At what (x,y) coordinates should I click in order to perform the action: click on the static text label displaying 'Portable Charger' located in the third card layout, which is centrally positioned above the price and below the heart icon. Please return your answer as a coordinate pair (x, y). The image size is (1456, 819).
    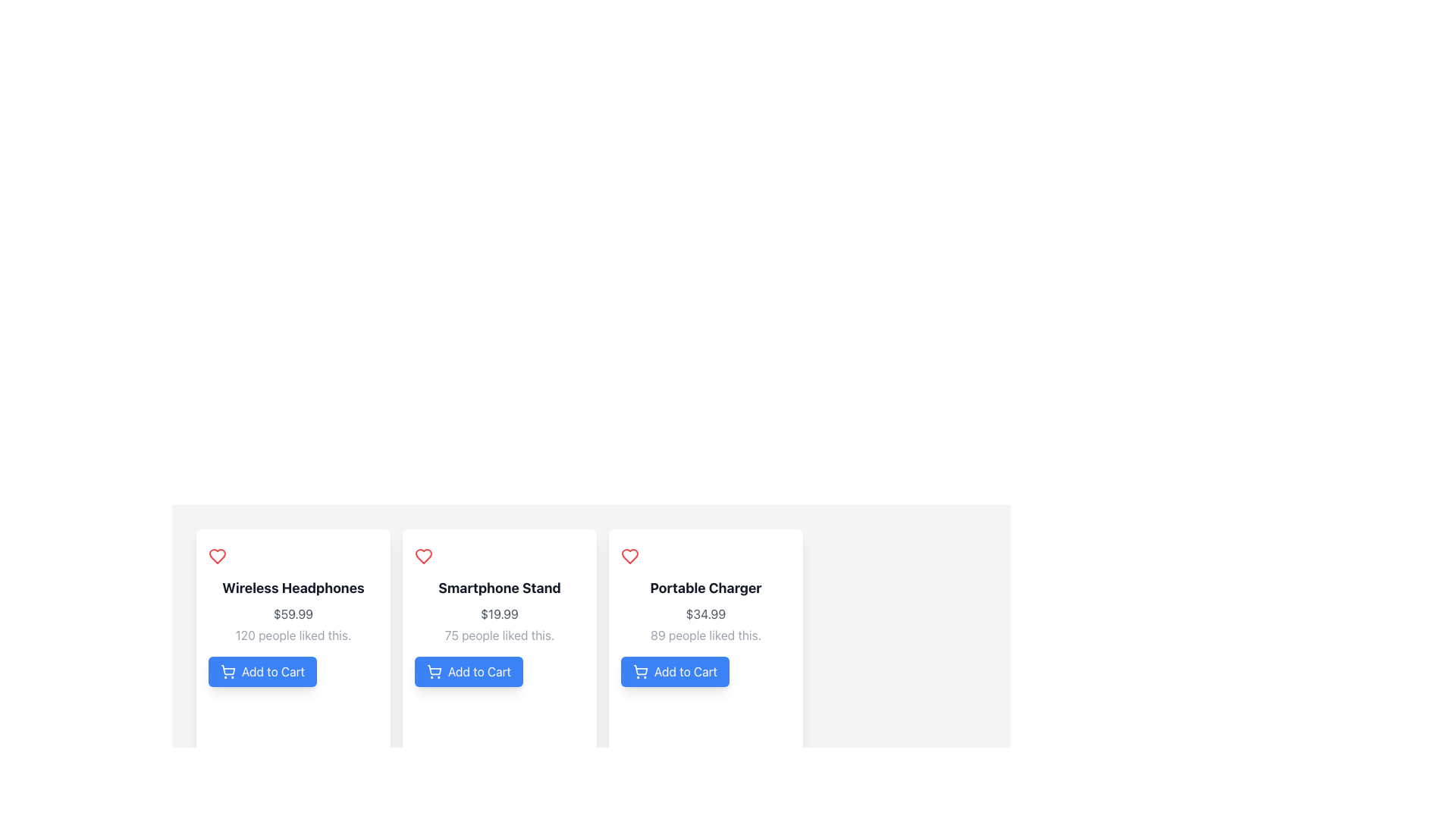
    Looking at the image, I should click on (705, 587).